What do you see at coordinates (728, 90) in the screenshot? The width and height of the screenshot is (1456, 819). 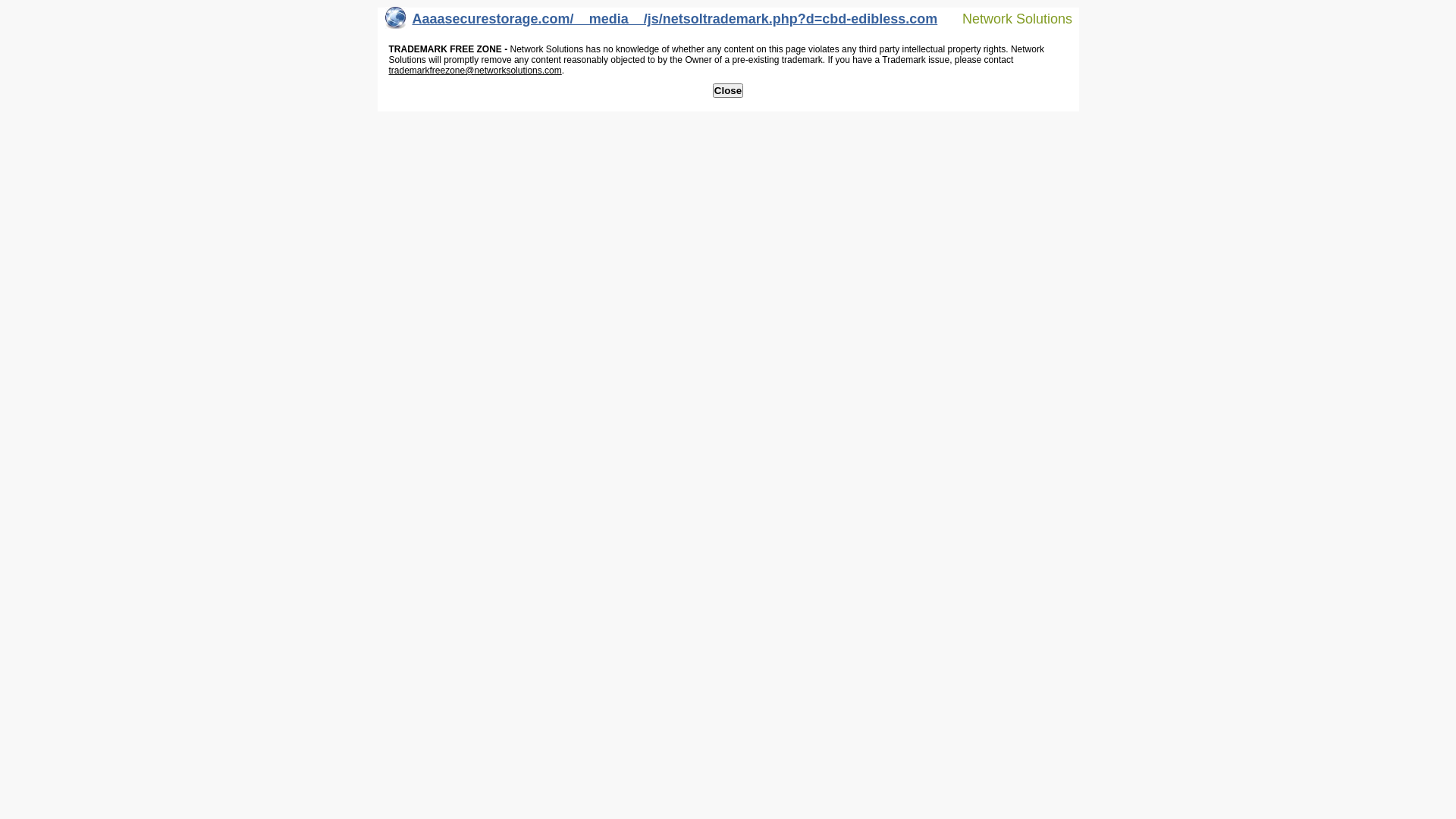 I see `'Close'` at bounding box center [728, 90].